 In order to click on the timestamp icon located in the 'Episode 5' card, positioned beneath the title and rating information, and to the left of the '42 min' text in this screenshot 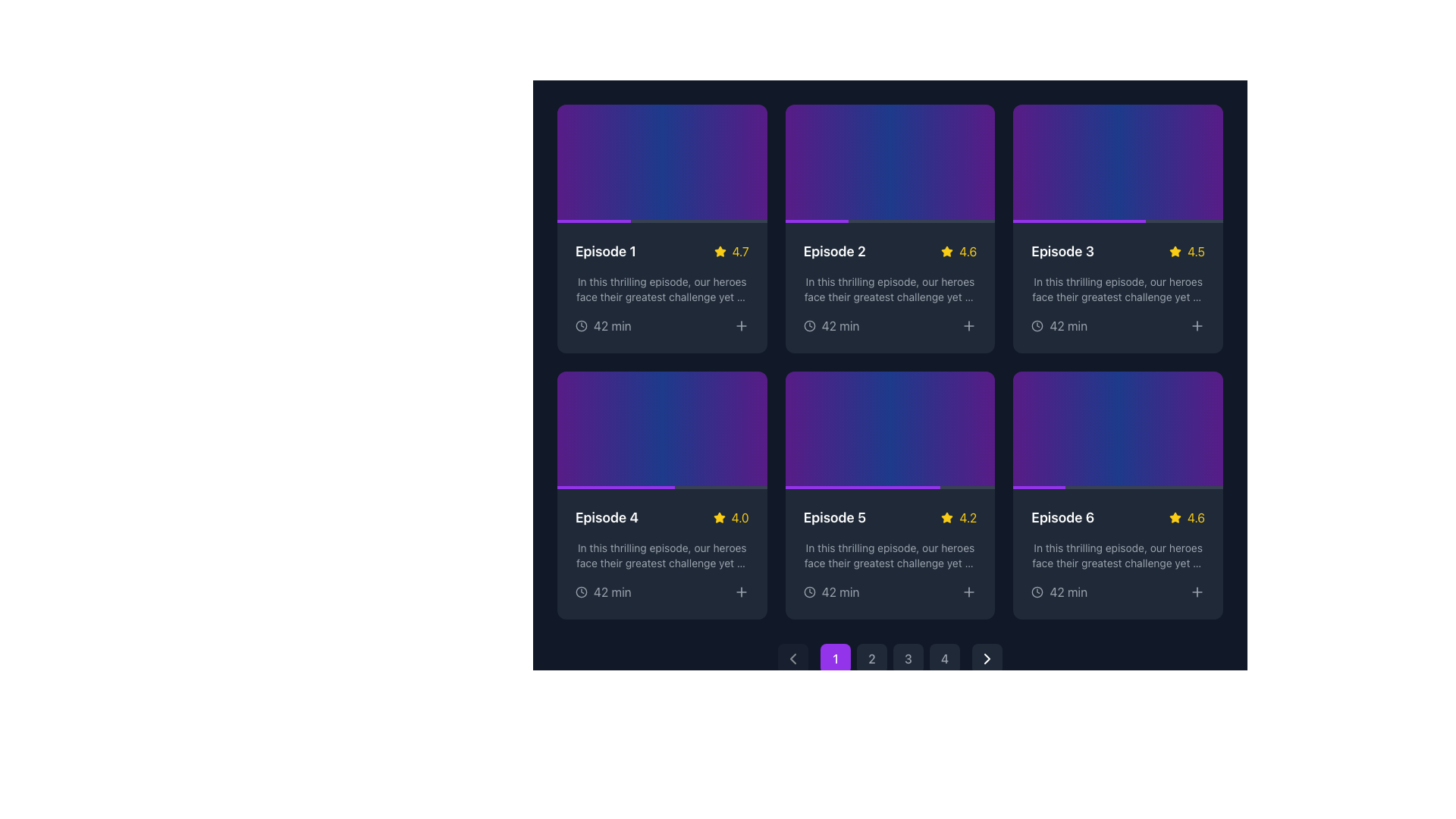, I will do `click(808, 591)`.